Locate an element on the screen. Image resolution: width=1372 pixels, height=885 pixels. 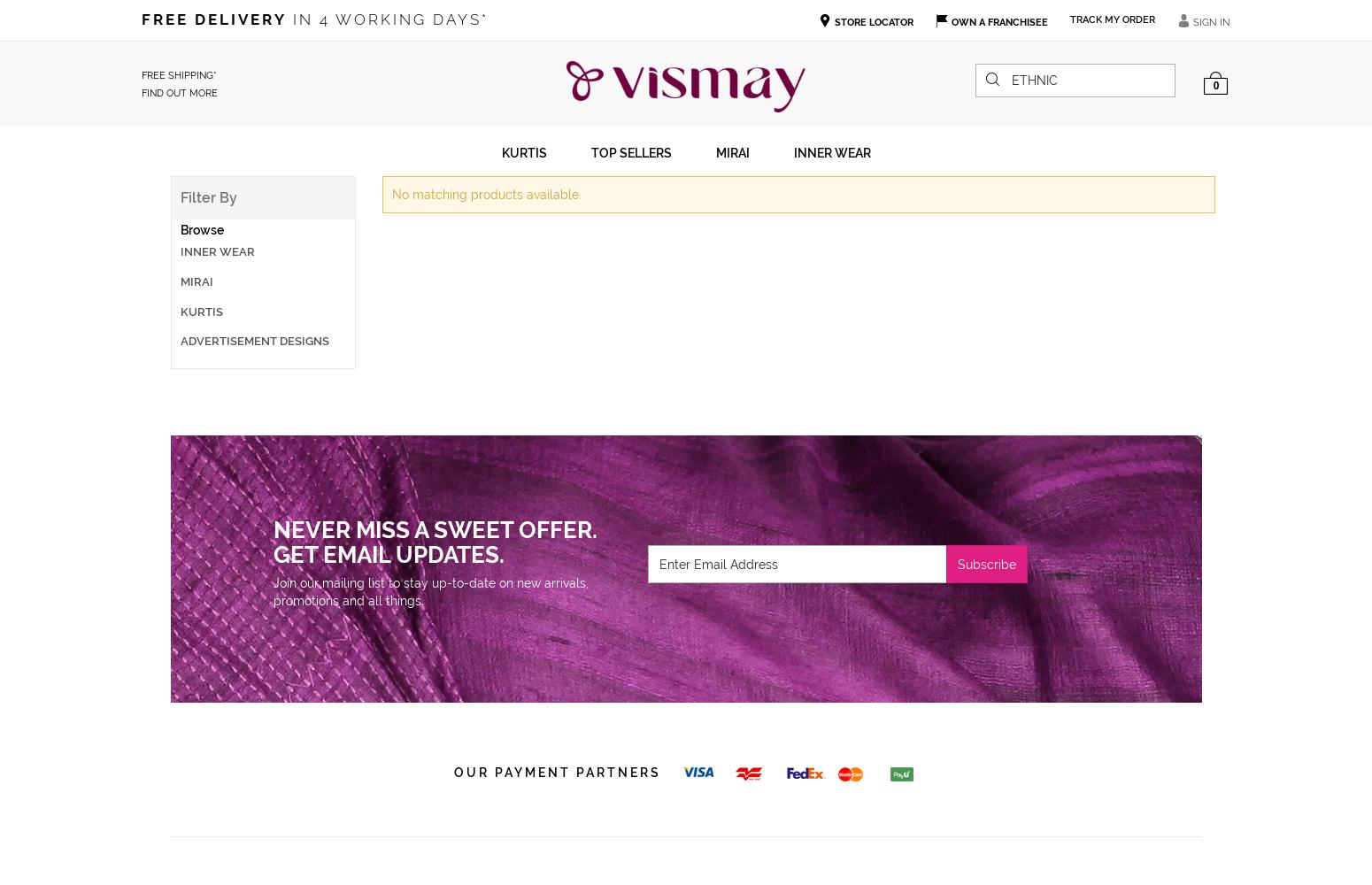
'SHOP COLLECTIONS' is located at coordinates (204, 412).